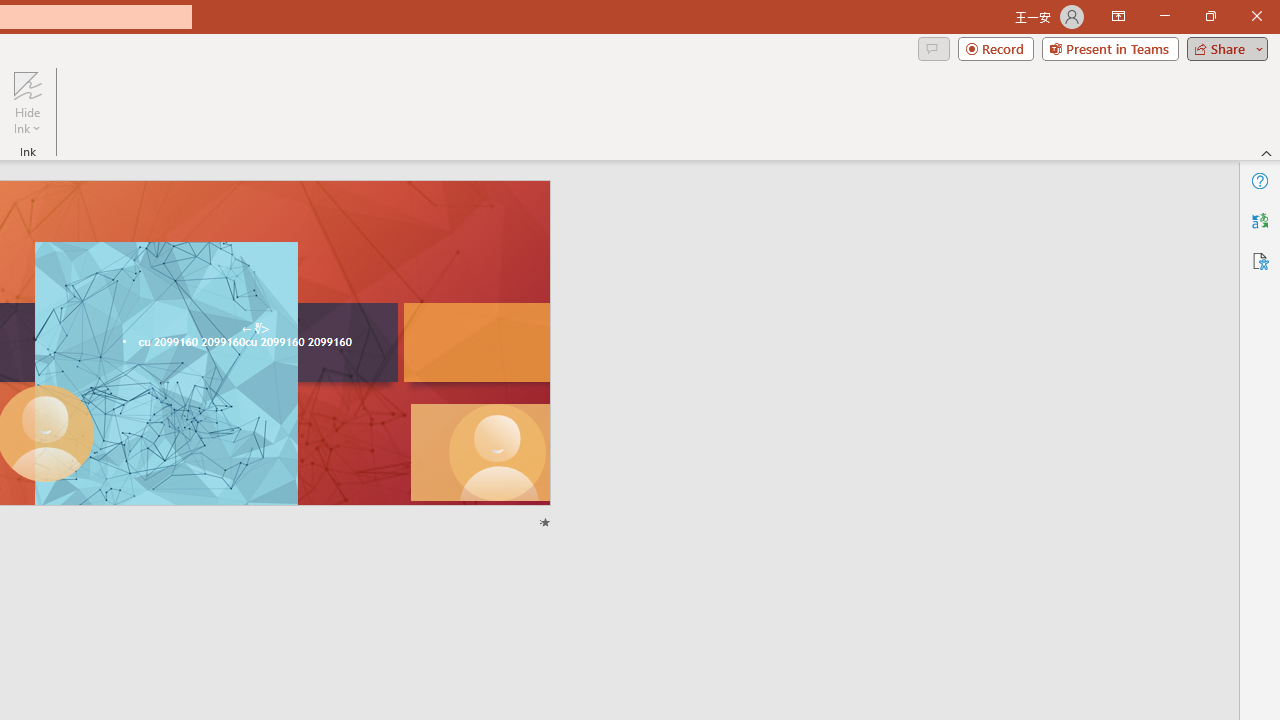 This screenshot has width=1280, height=720. I want to click on 'Hide Ink', so click(27, 84).